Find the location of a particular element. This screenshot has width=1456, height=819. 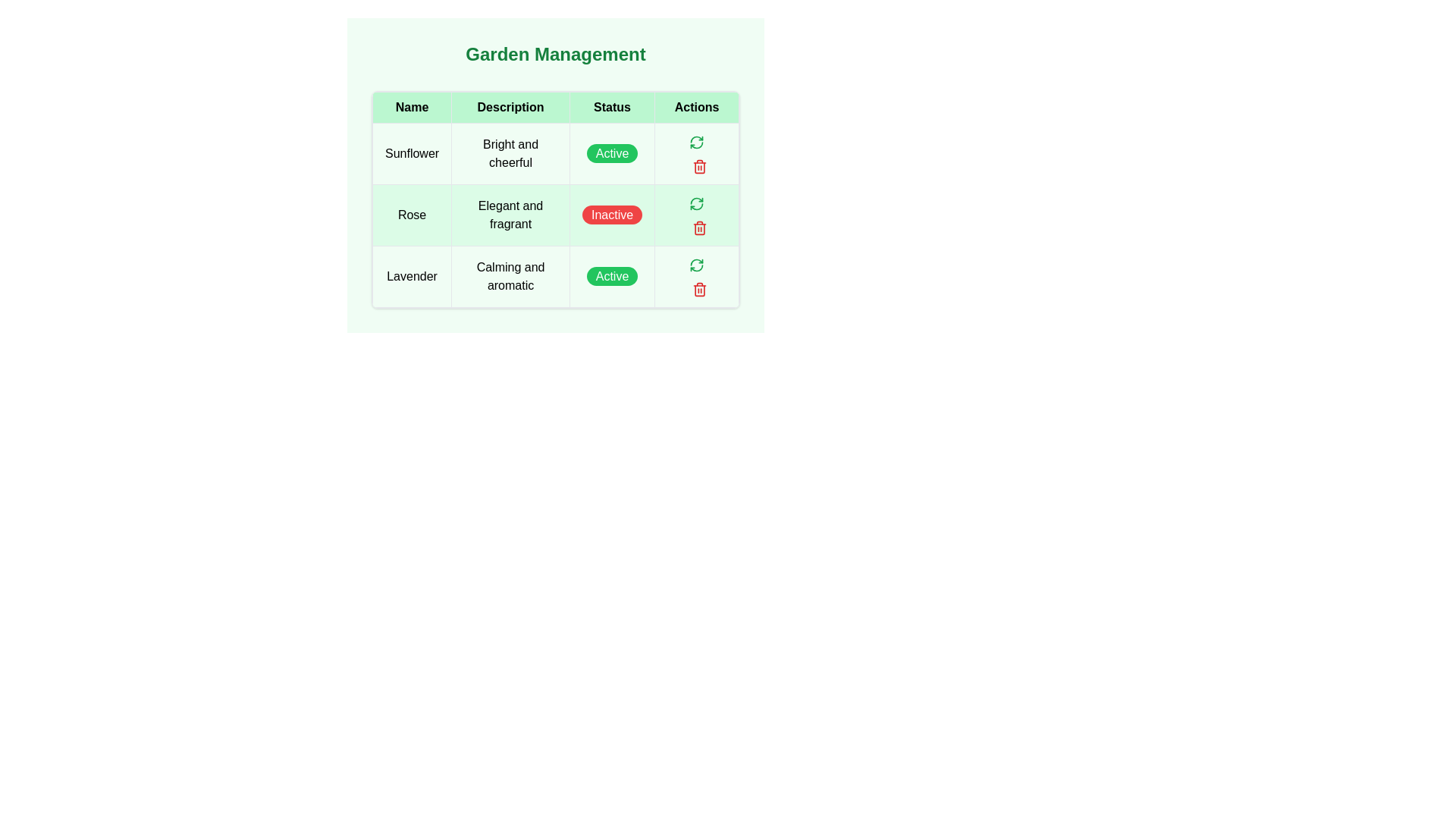

the Status indicator badge in the 'Status' column of the table on the third row for the 'Lavender' entry is located at coordinates (612, 276).